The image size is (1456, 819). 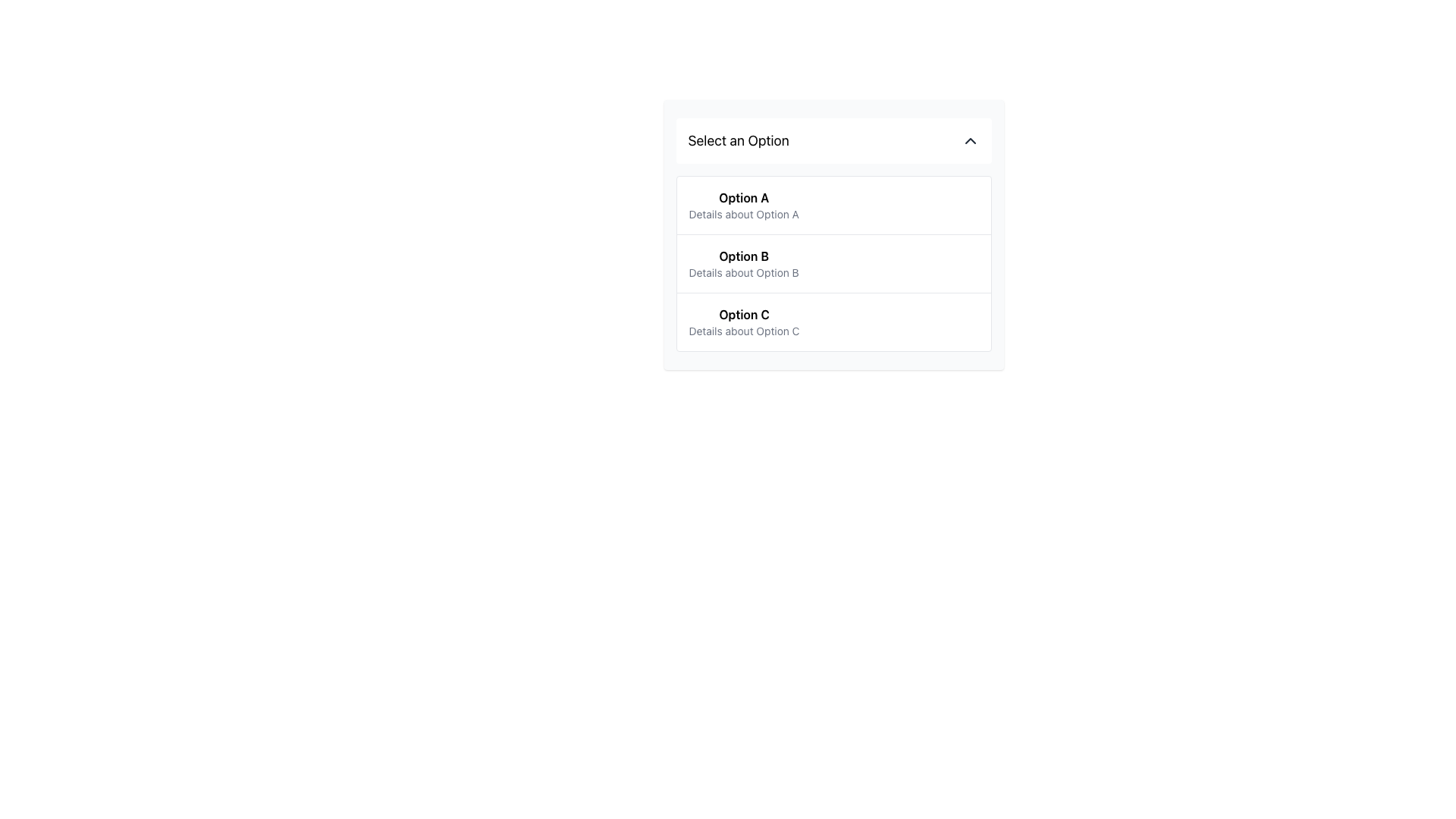 What do you see at coordinates (744, 330) in the screenshot?
I see `the text label that reads 'Details about Option C' located under the title 'Option C' in the dropdown menu` at bounding box center [744, 330].